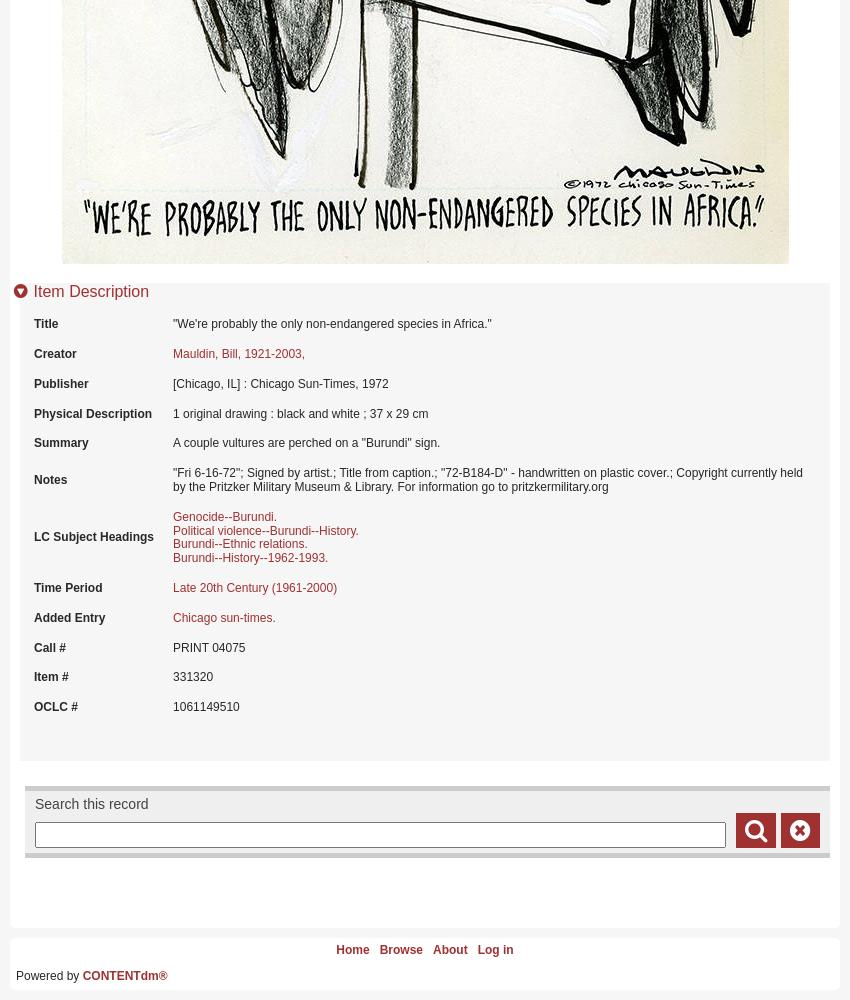 Image resolution: width=850 pixels, height=1000 pixels. What do you see at coordinates (61, 442) in the screenshot?
I see `'Summary'` at bounding box center [61, 442].